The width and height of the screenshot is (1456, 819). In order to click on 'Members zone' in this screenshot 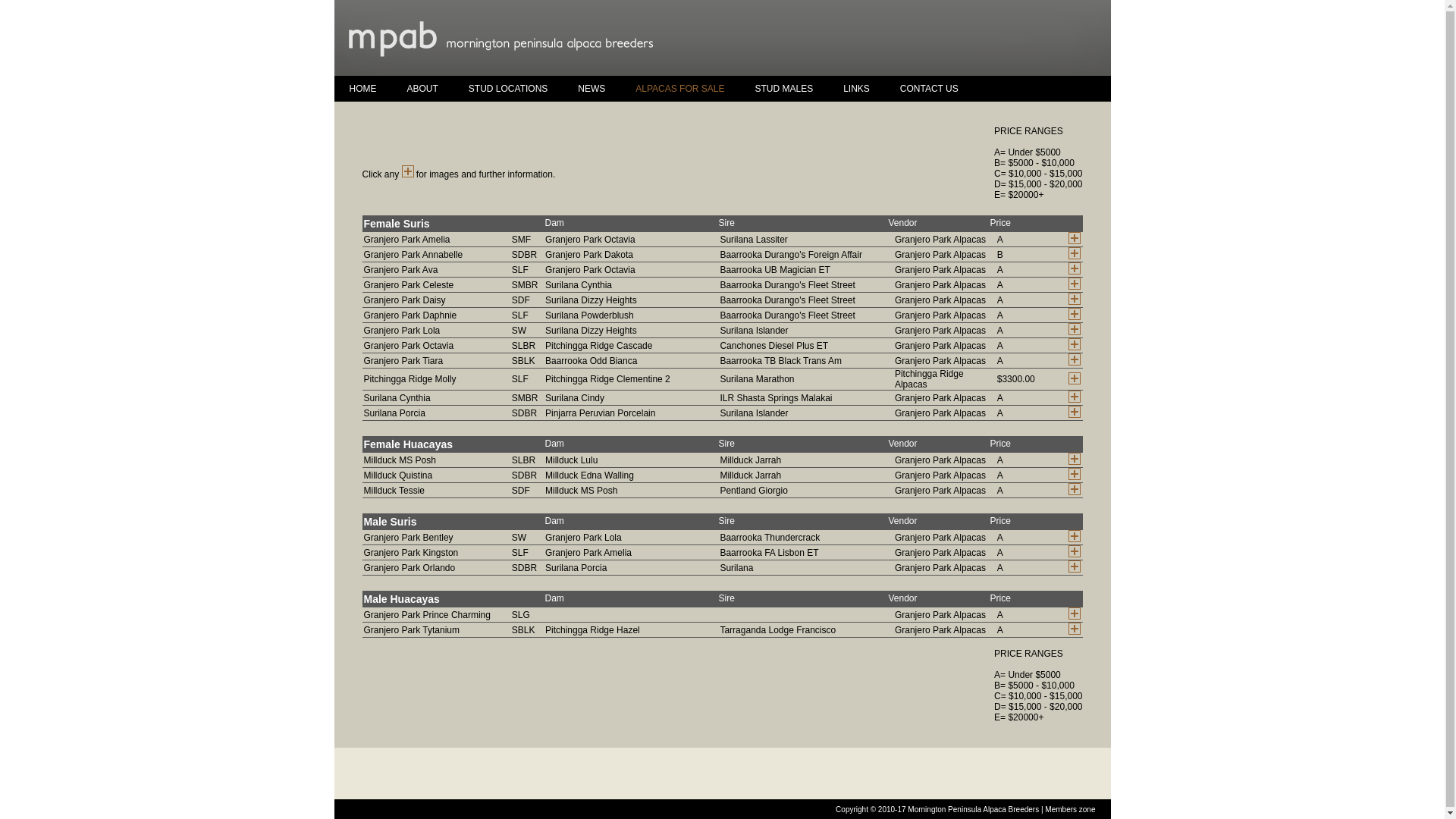, I will do `click(1069, 808)`.